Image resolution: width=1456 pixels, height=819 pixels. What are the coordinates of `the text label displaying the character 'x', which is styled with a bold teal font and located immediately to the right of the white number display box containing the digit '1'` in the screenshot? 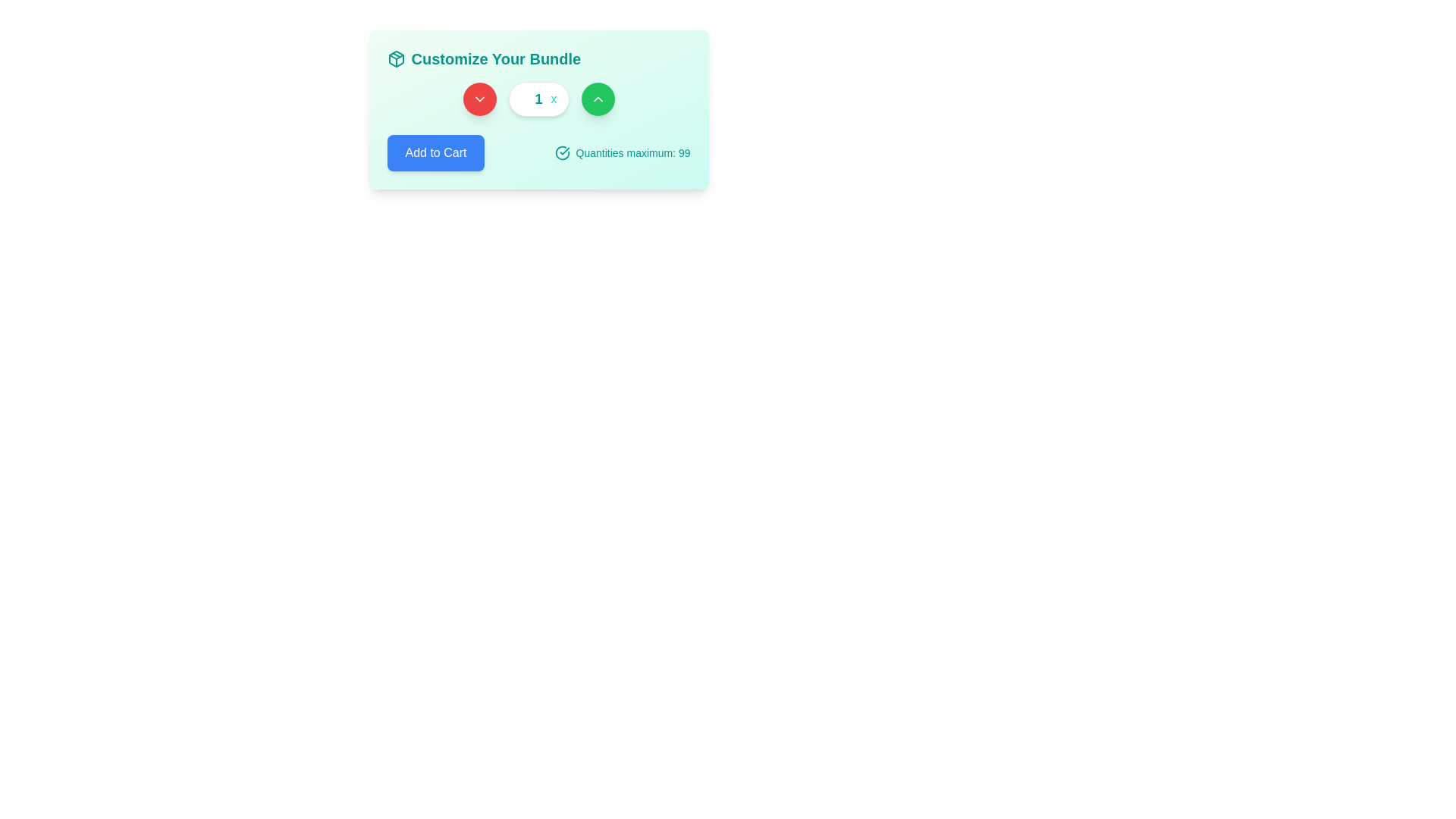 It's located at (538, 99).